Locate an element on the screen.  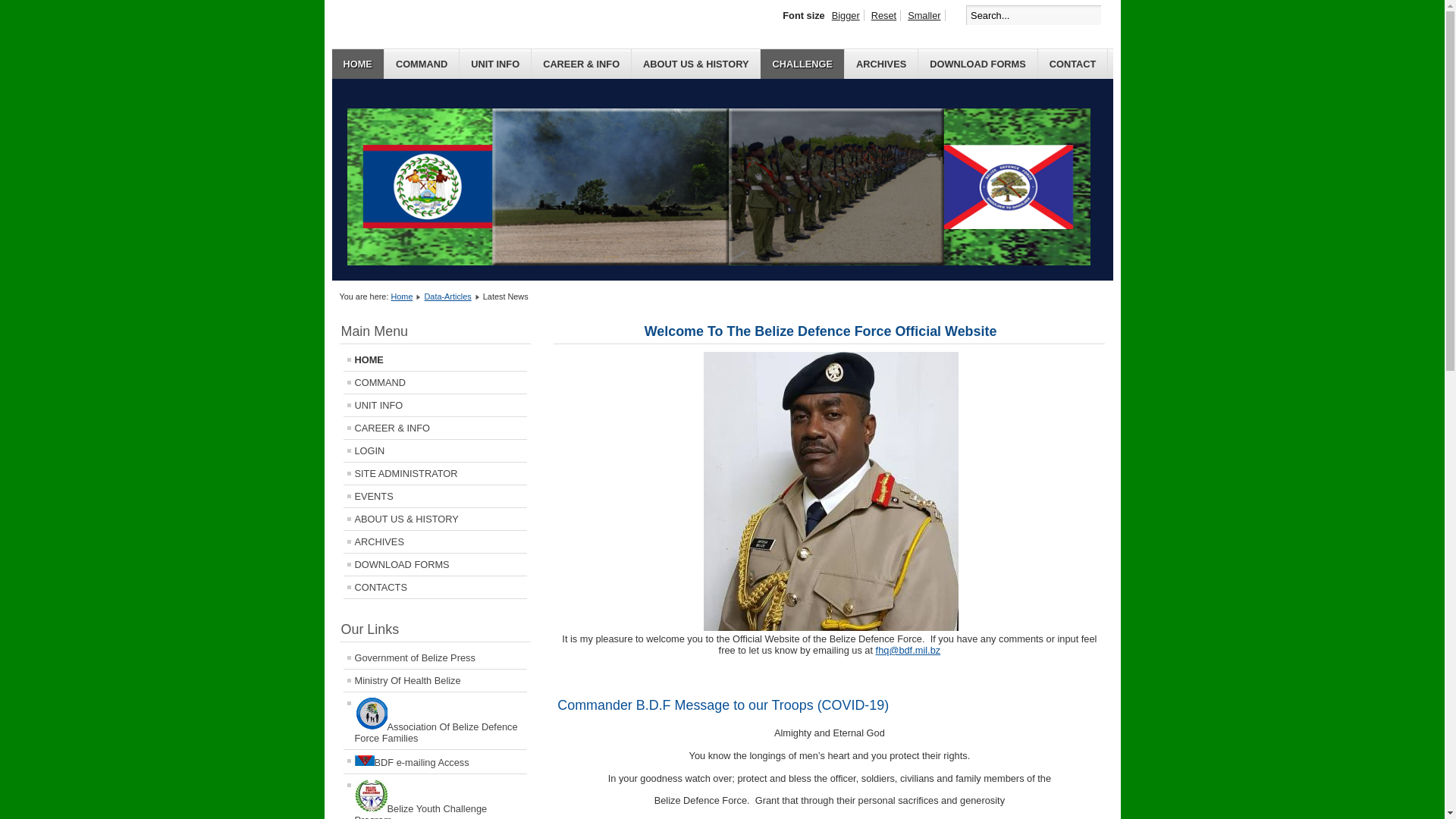
'UNIT INFO' is located at coordinates (495, 63).